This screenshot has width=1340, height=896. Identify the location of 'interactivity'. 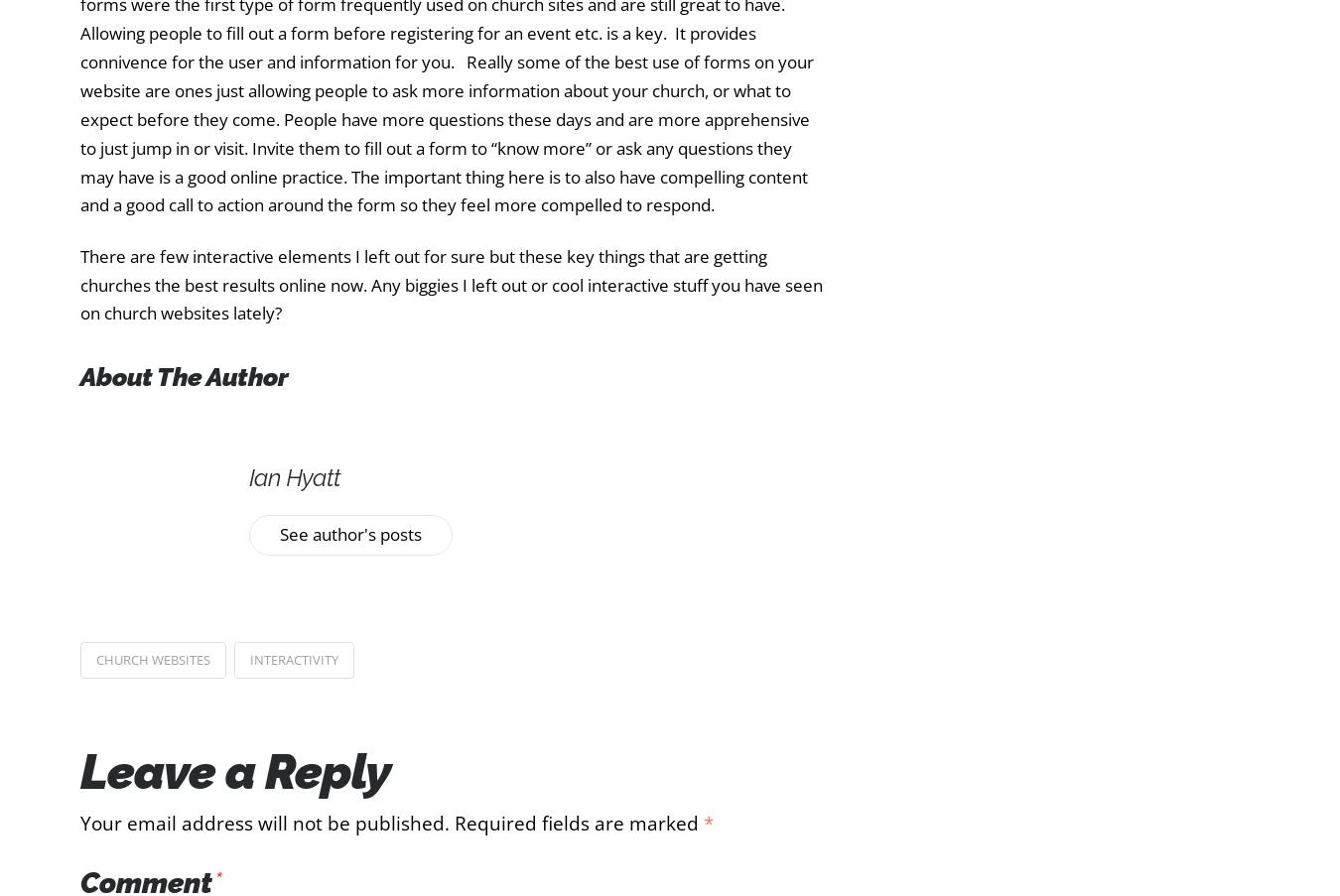
(292, 657).